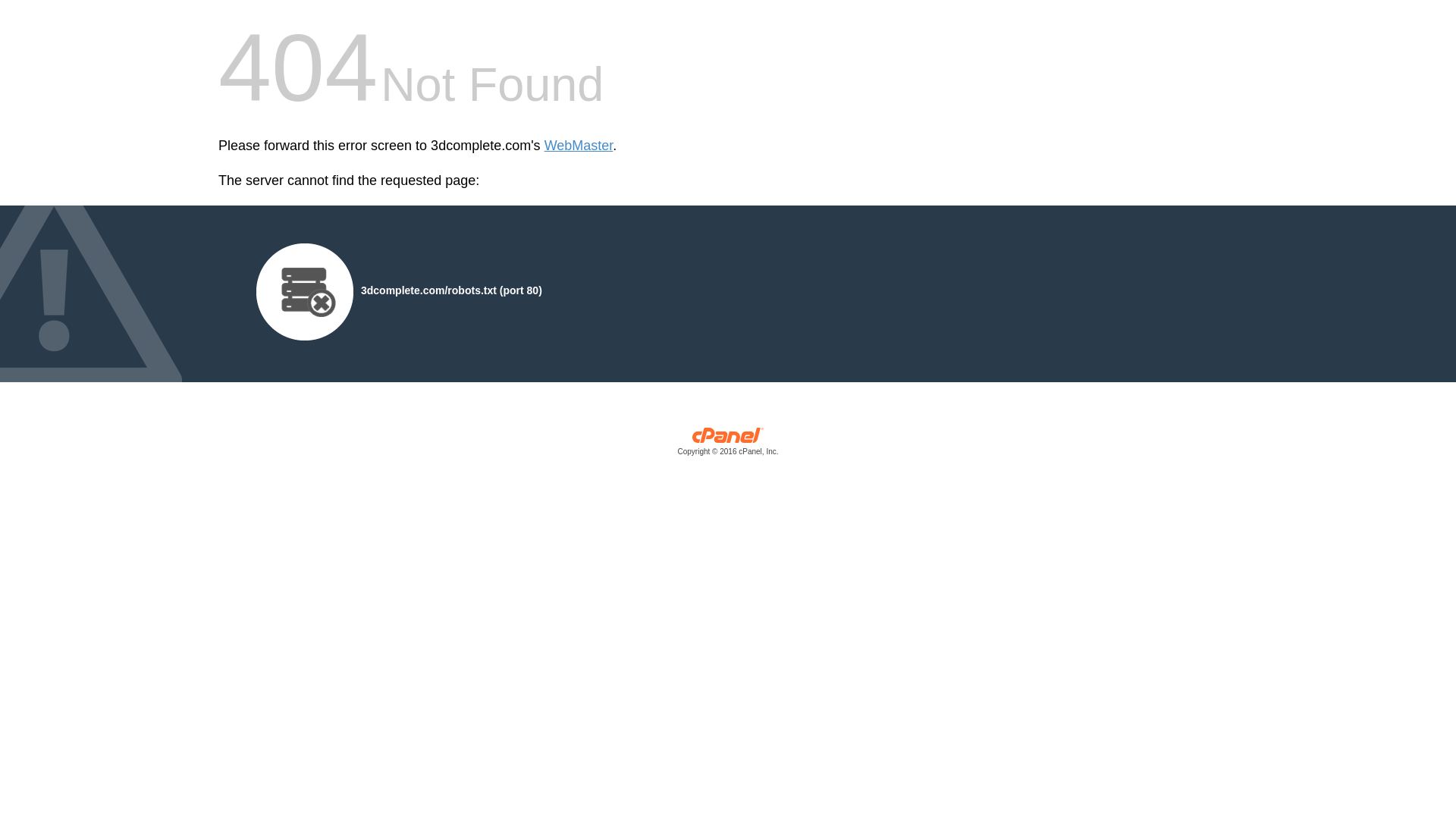 This screenshot has width=1456, height=819. What do you see at coordinates (578, 146) in the screenshot?
I see `'WebMaster'` at bounding box center [578, 146].